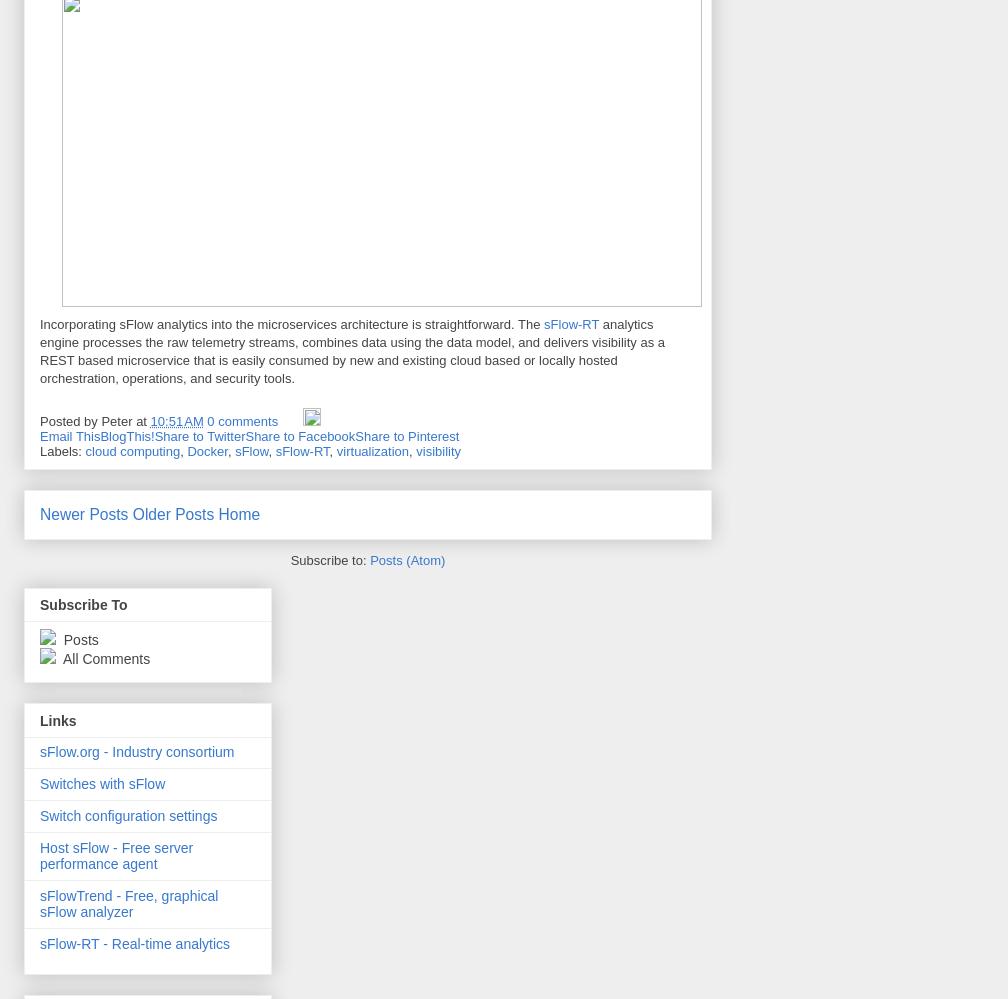 This screenshot has width=1008, height=999. What do you see at coordinates (238, 513) in the screenshot?
I see `'Home'` at bounding box center [238, 513].